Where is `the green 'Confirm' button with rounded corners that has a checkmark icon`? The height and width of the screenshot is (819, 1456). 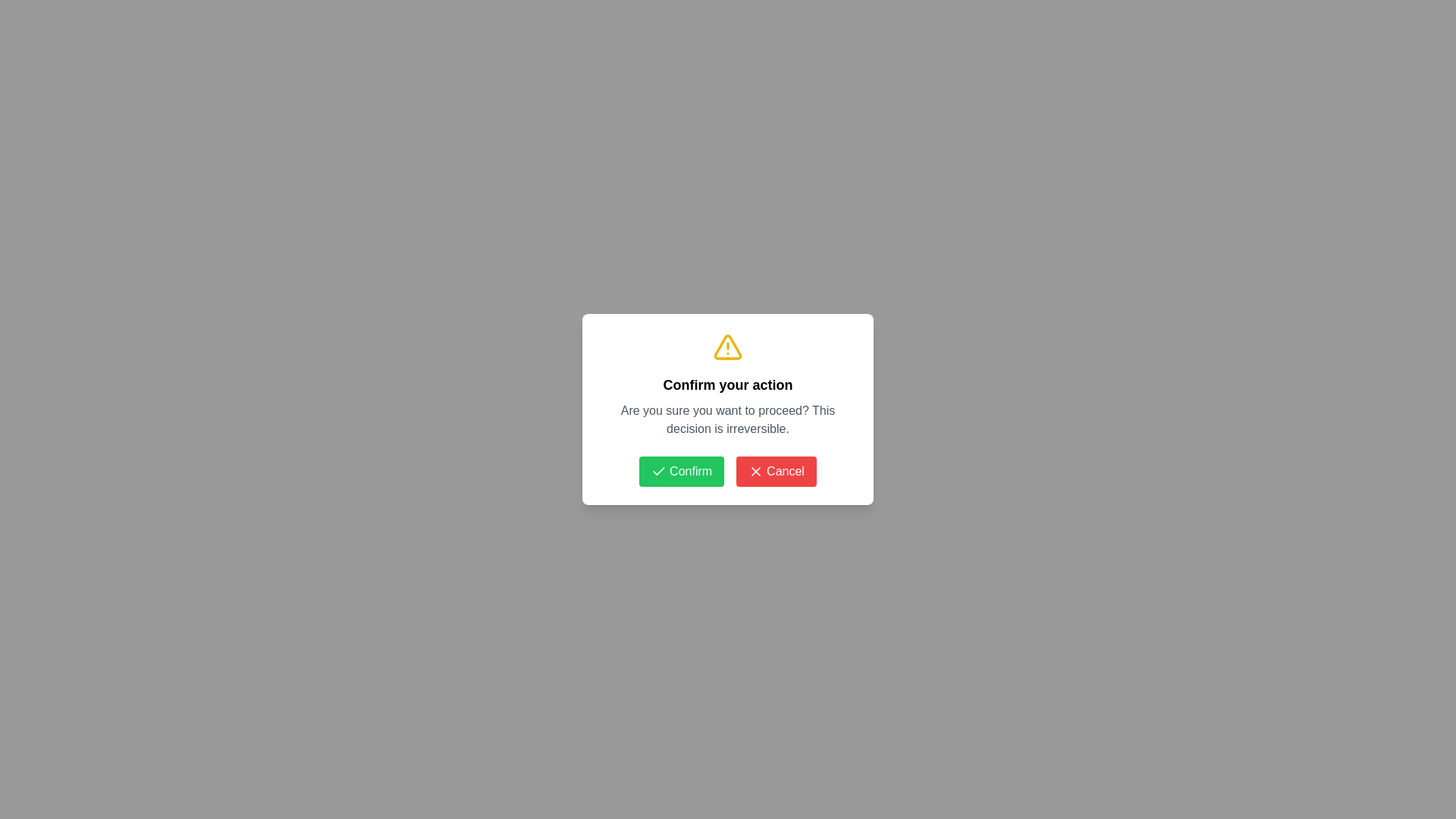
the green 'Confirm' button with rounded corners that has a checkmark icon is located at coordinates (681, 470).